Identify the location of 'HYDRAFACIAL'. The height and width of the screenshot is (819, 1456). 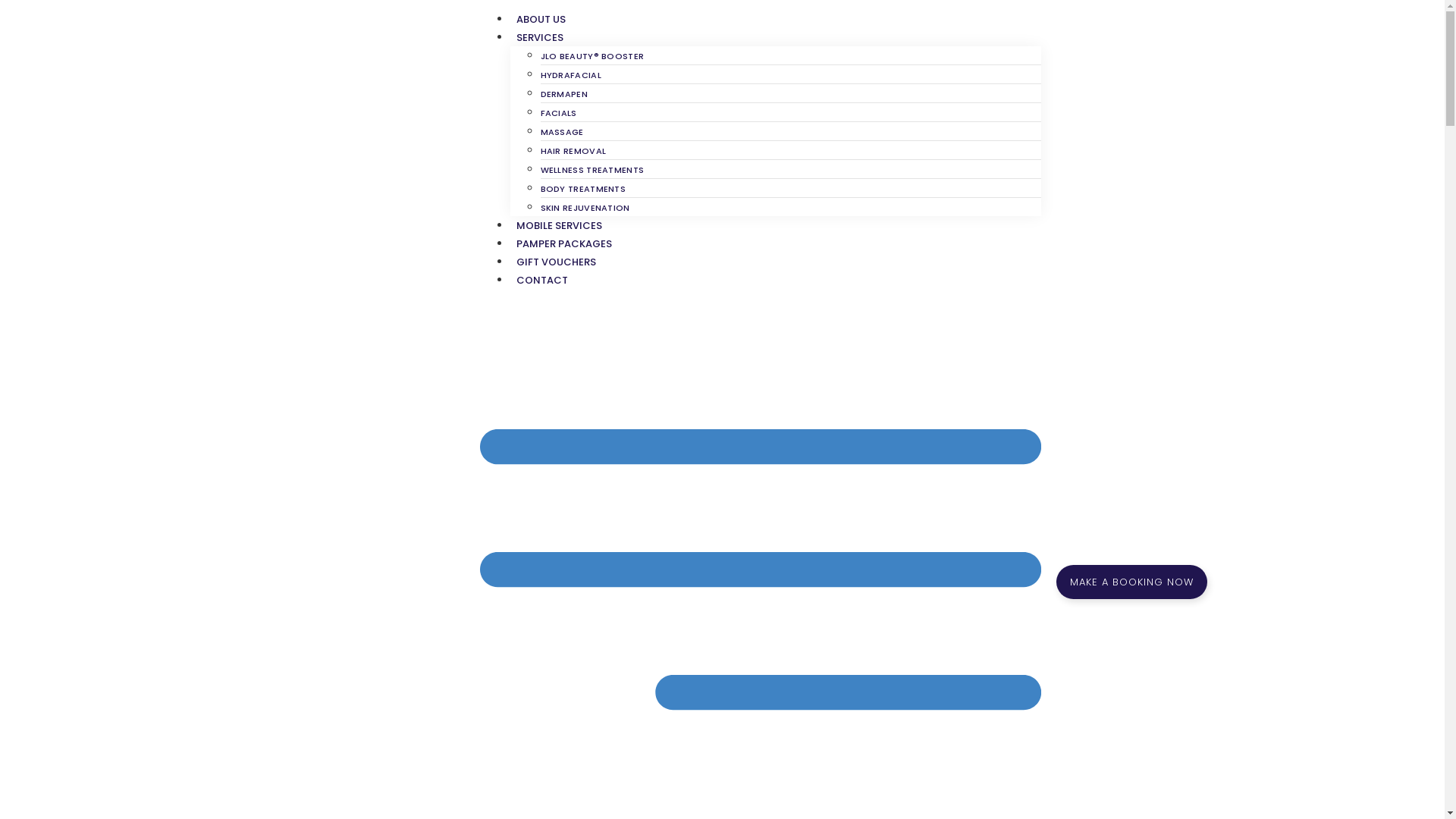
(570, 75).